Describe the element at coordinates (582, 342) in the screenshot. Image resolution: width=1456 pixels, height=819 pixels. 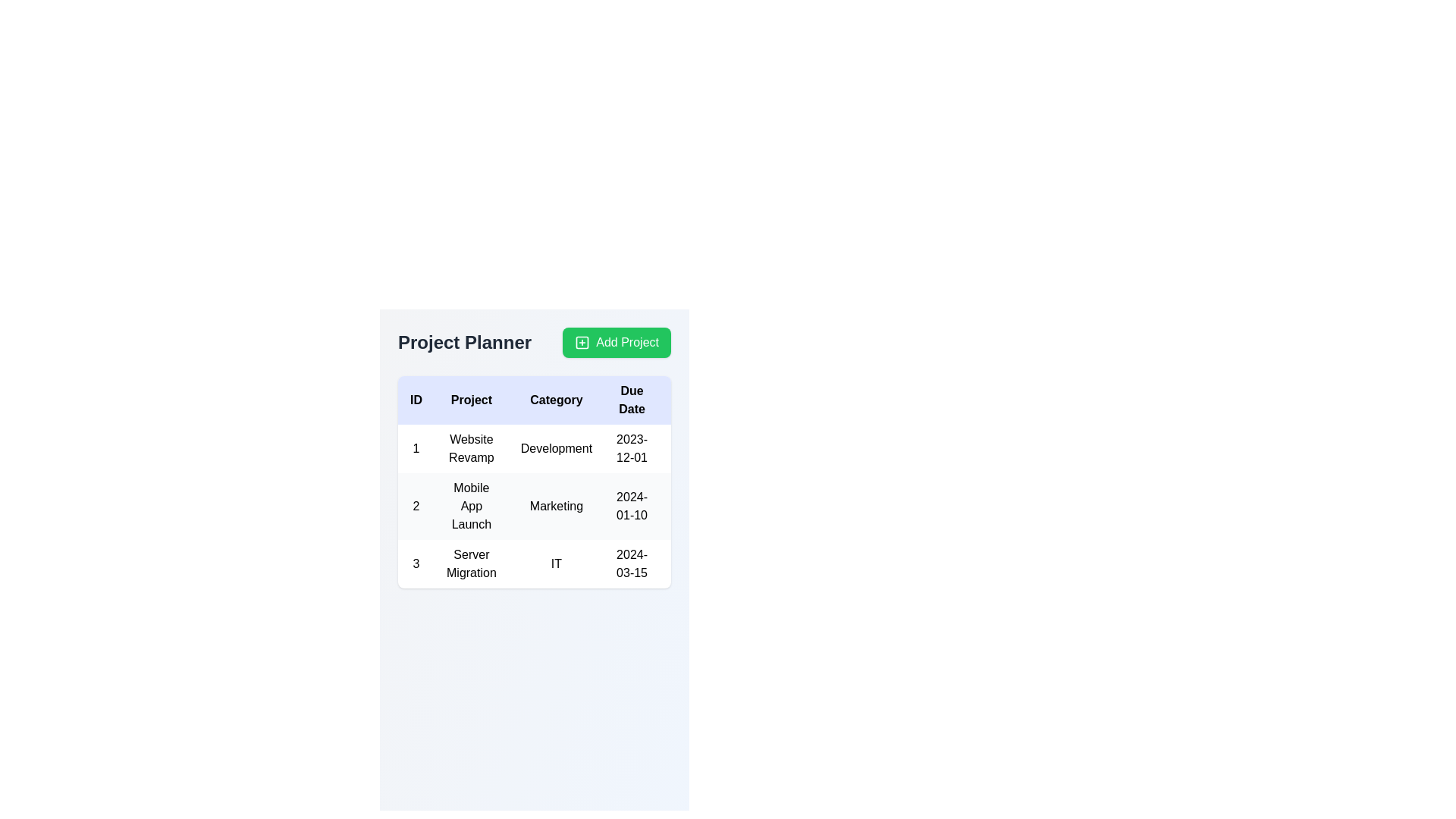
I see `the small rounded square shape within the SVG icon located to the left of the 'Add Project' text in the green button at the top-right corner of the interface` at that location.